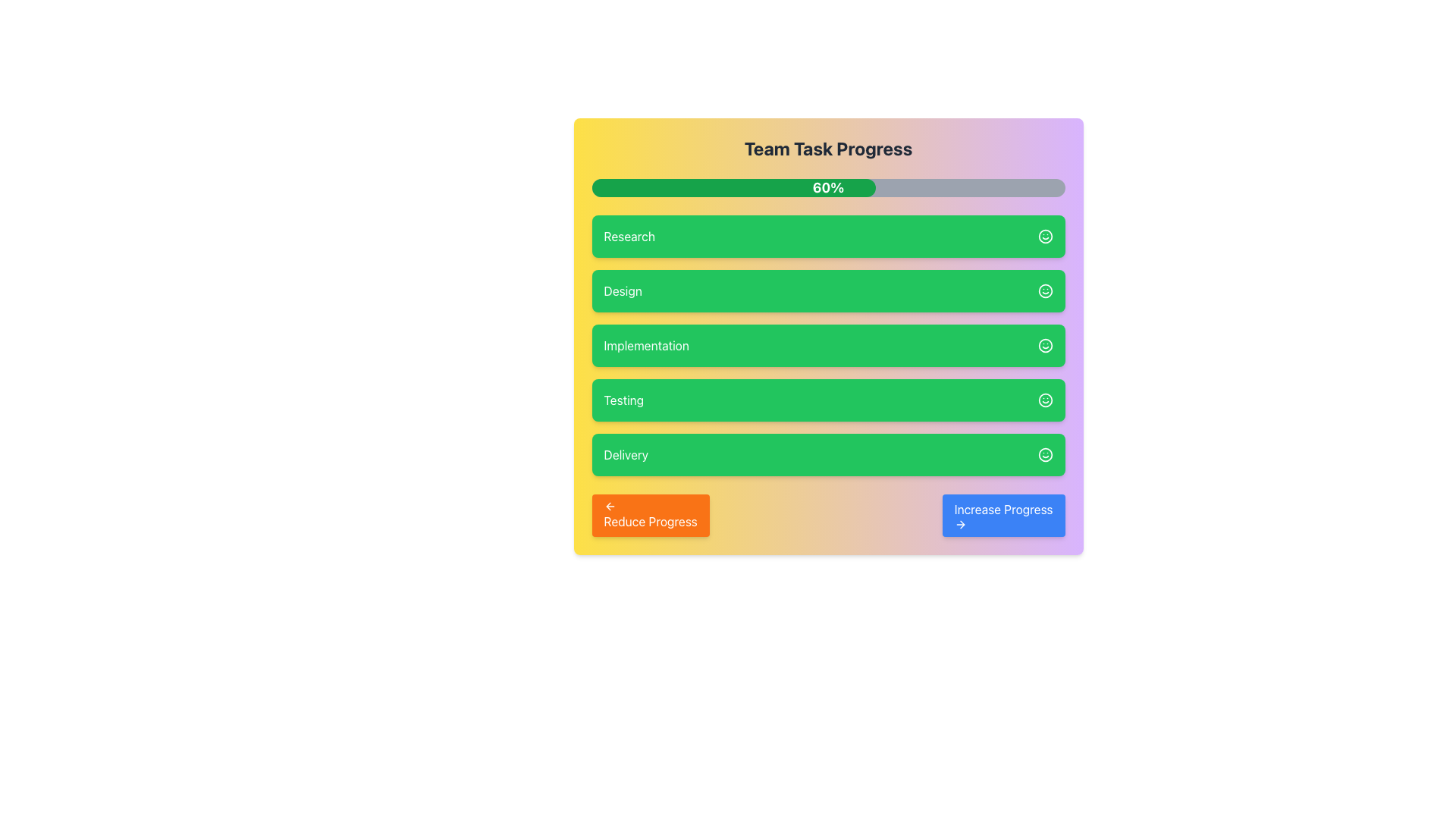 Image resolution: width=1456 pixels, height=819 pixels. Describe the element at coordinates (1044, 291) in the screenshot. I see `the central circular SVG element within the smiley icon, which represents positive status associated with the 'Design' task` at that location.